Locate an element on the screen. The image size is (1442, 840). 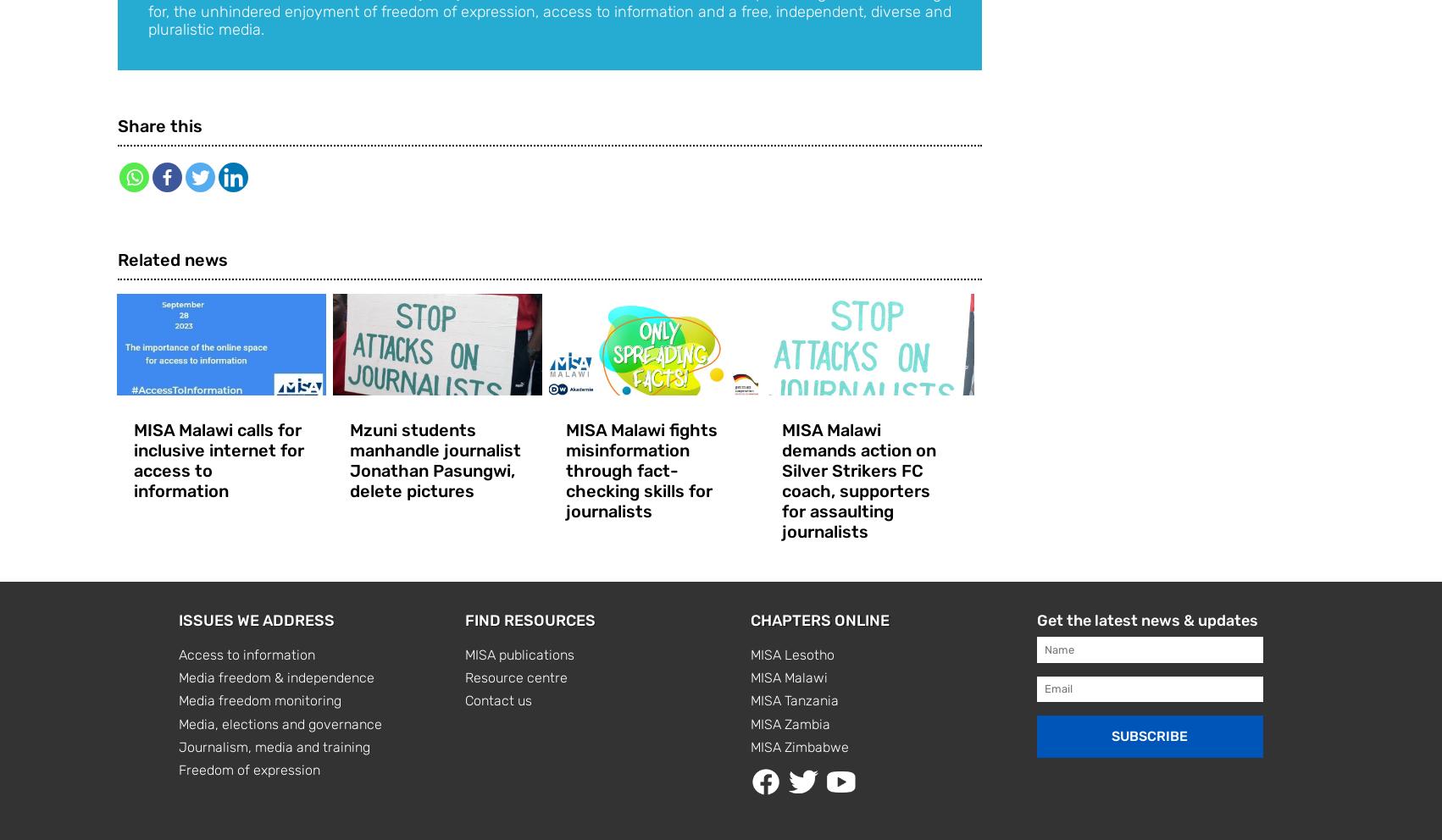
'Contact us' is located at coordinates (497, 699).